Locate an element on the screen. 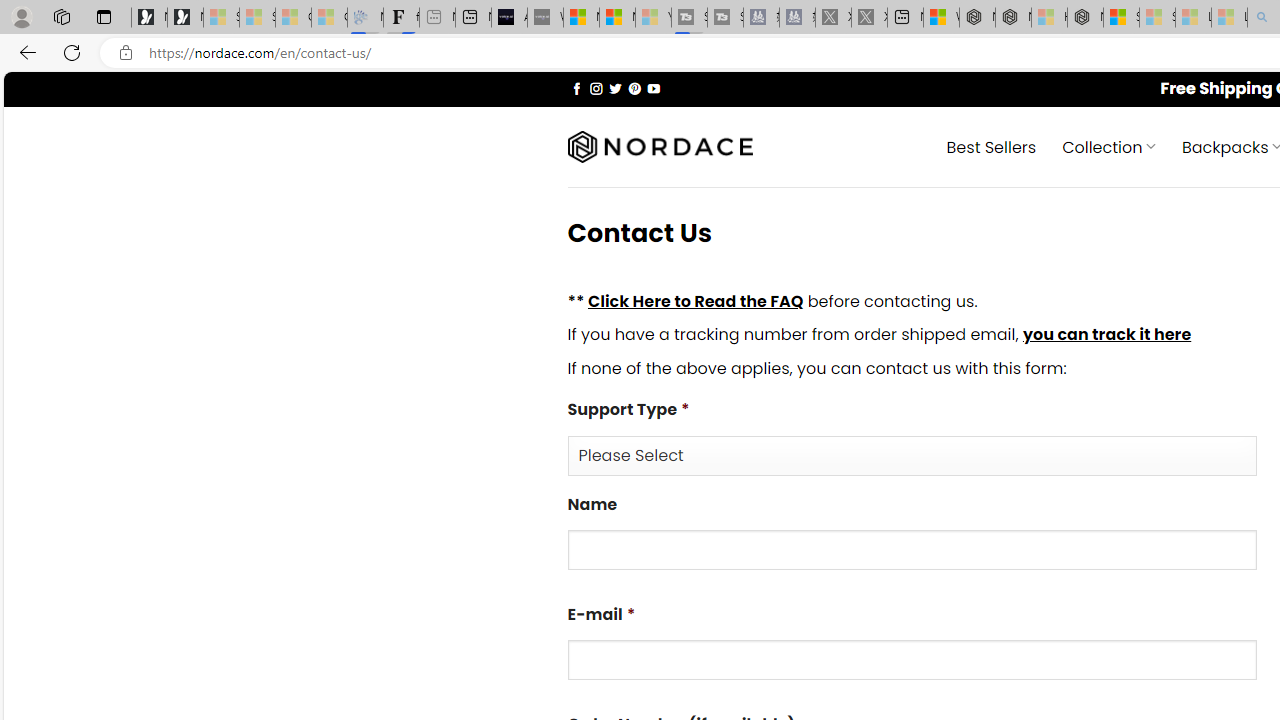 Image resolution: width=1280 pixels, height=720 pixels. 'you can track it here' is located at coordinates (1105, 334).